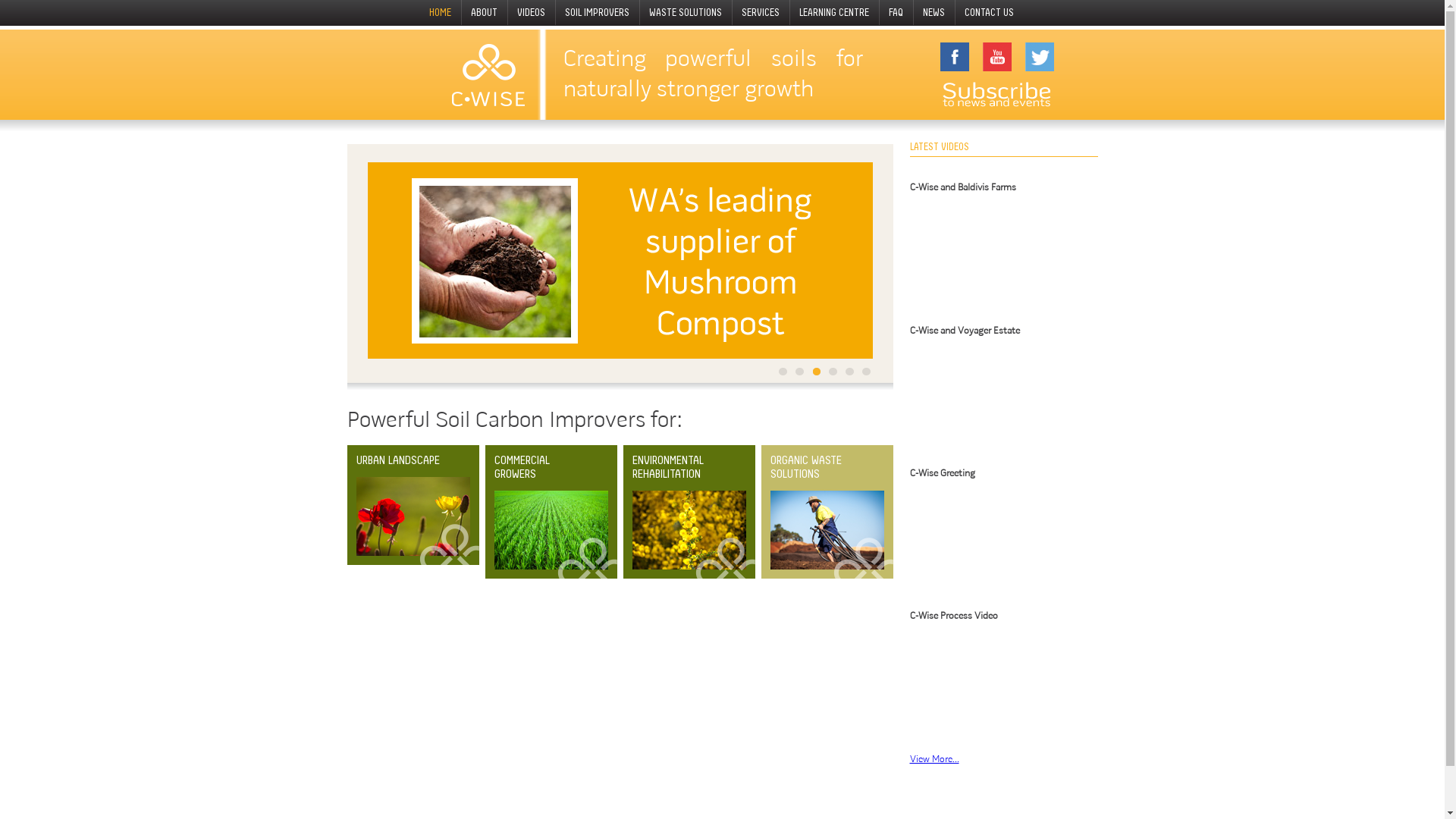 The height and width of the screenshot is (819, 1456). Describe the element at coordinates (484, 12) in the screenshot. I see `'ABOUT'` at that location.